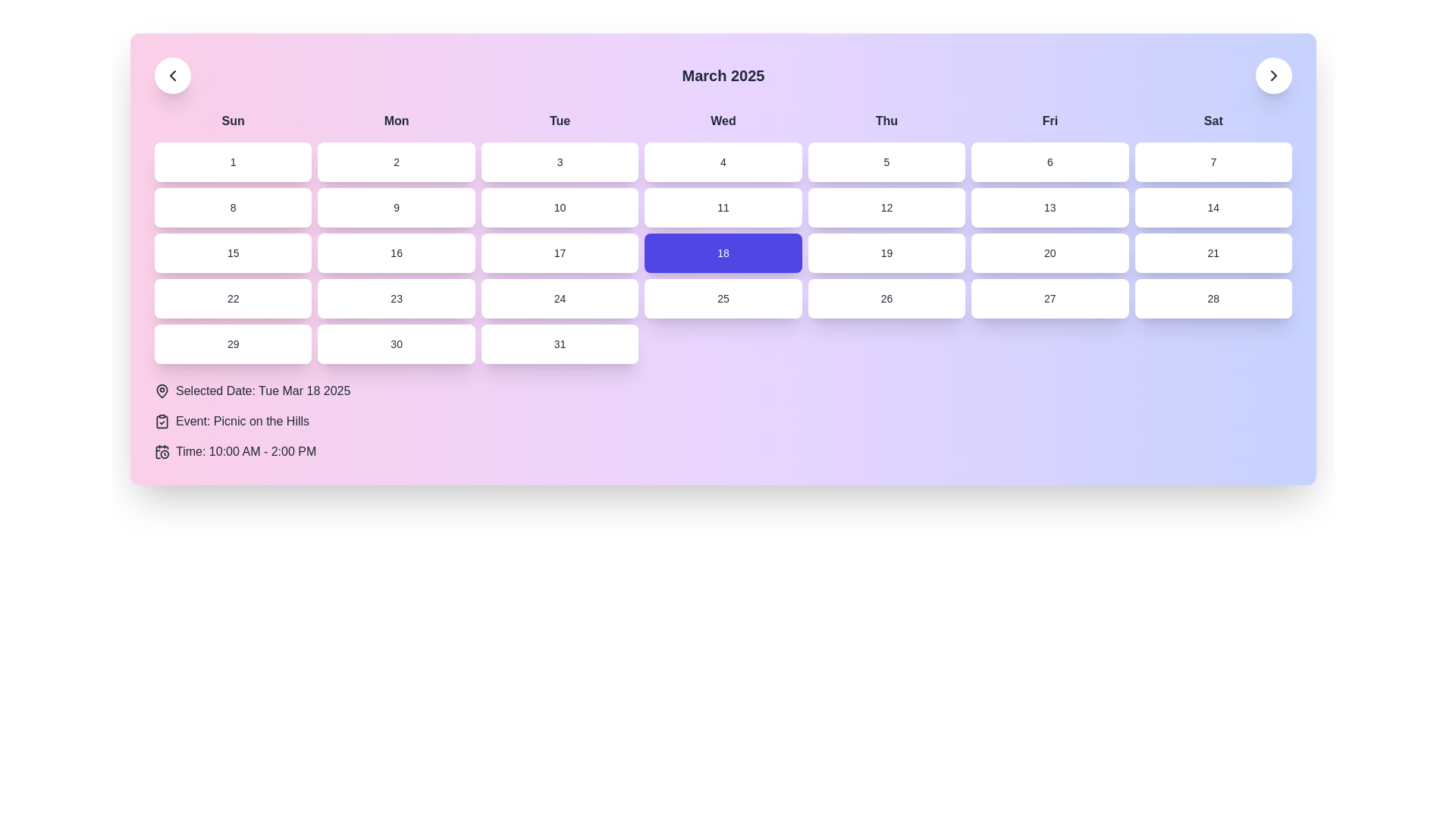 The width and height of the screenshot is (1456, 819). What do you see at coordinates (165, 453) in the screenshot?
I see `the SVG Circle element that resembles a clock face located at the bottom left corner of the calendar interface` at bounding box center [165, 453].